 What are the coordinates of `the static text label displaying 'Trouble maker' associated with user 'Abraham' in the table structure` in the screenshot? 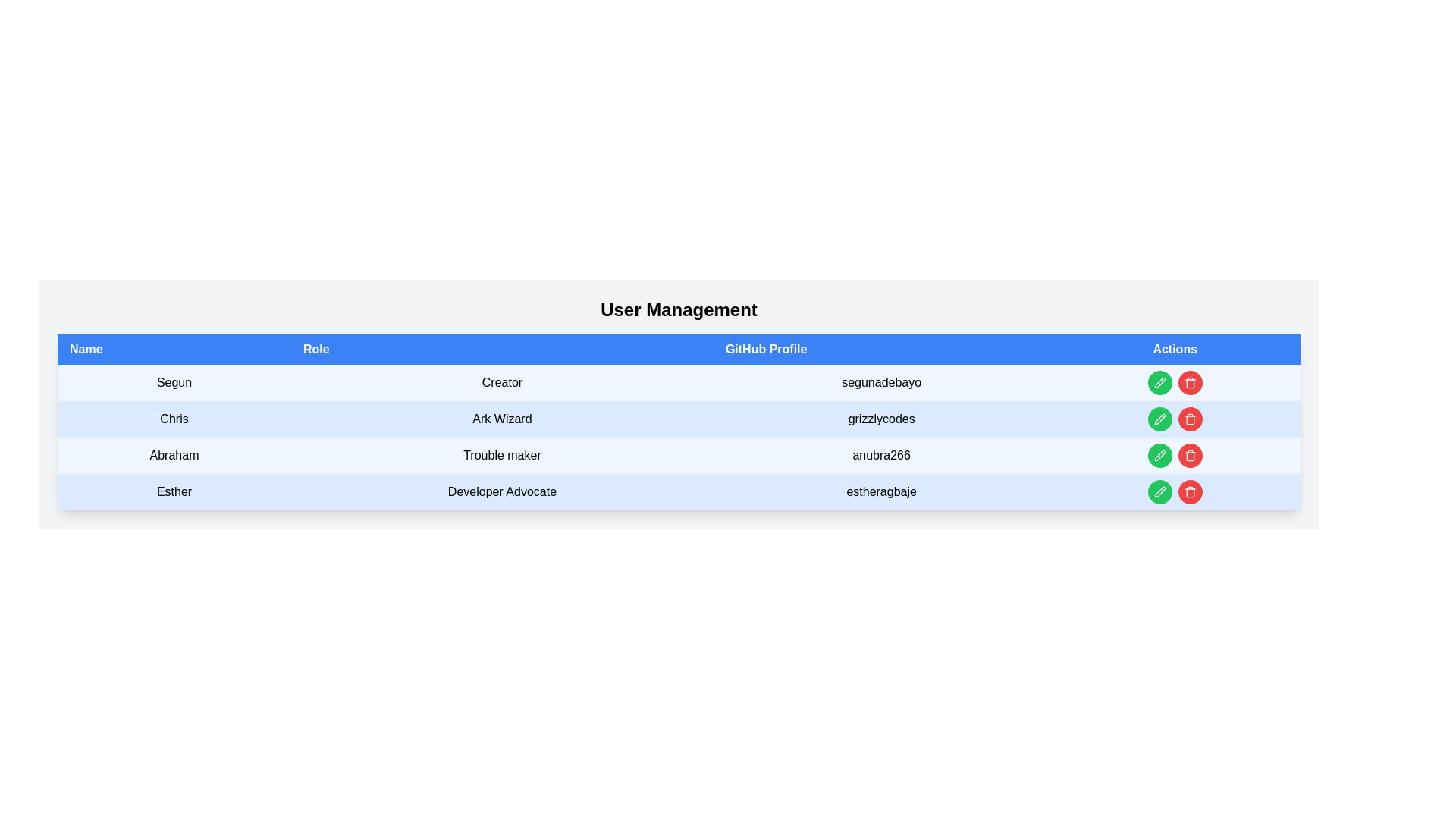 It's located at (502, 455).